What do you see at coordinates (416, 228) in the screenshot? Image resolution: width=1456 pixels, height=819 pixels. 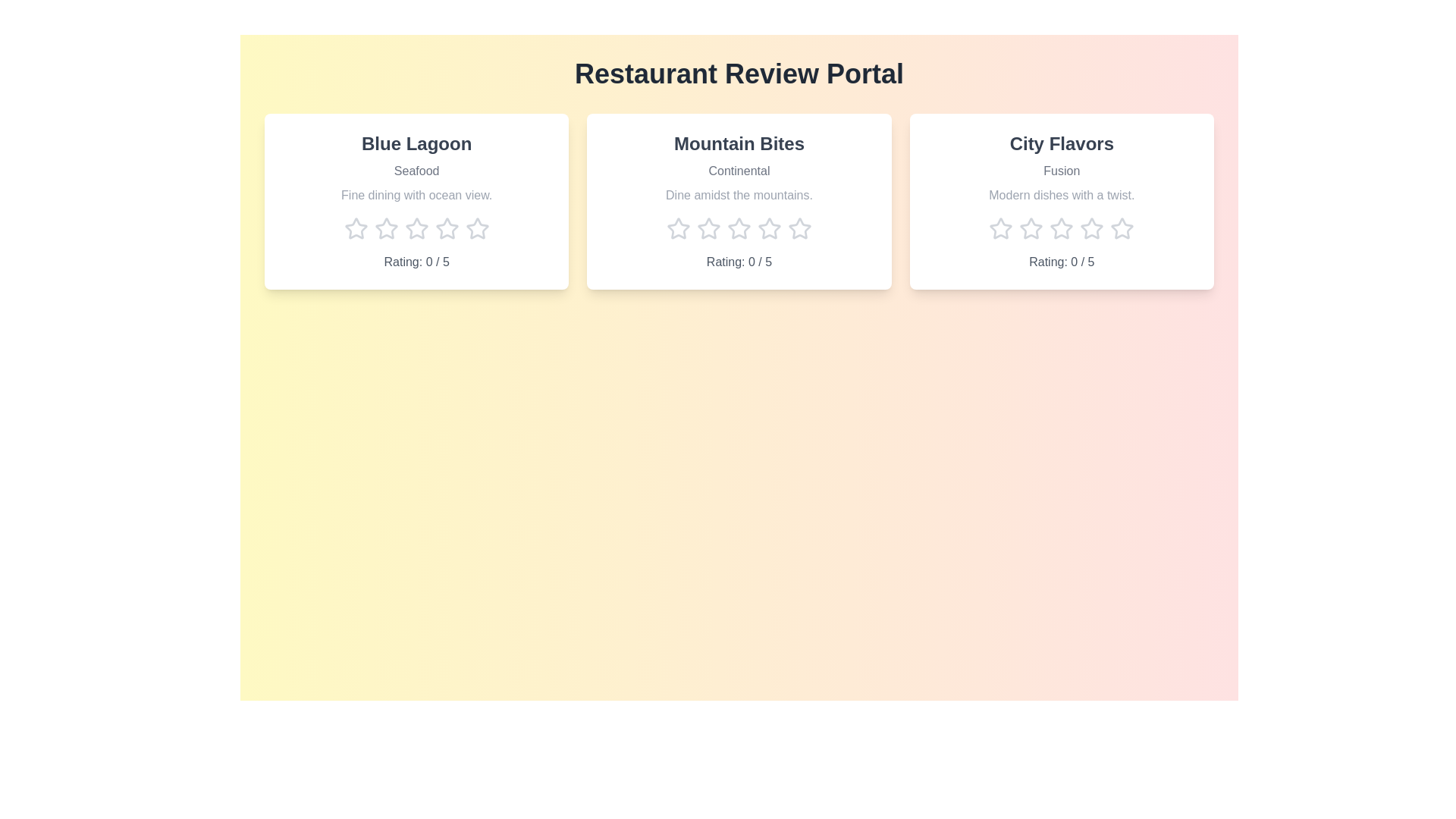 I see `the star corresponding to 3 stars for the 'Blue Lagoon' restaurant` at bounding box center [416, 228].